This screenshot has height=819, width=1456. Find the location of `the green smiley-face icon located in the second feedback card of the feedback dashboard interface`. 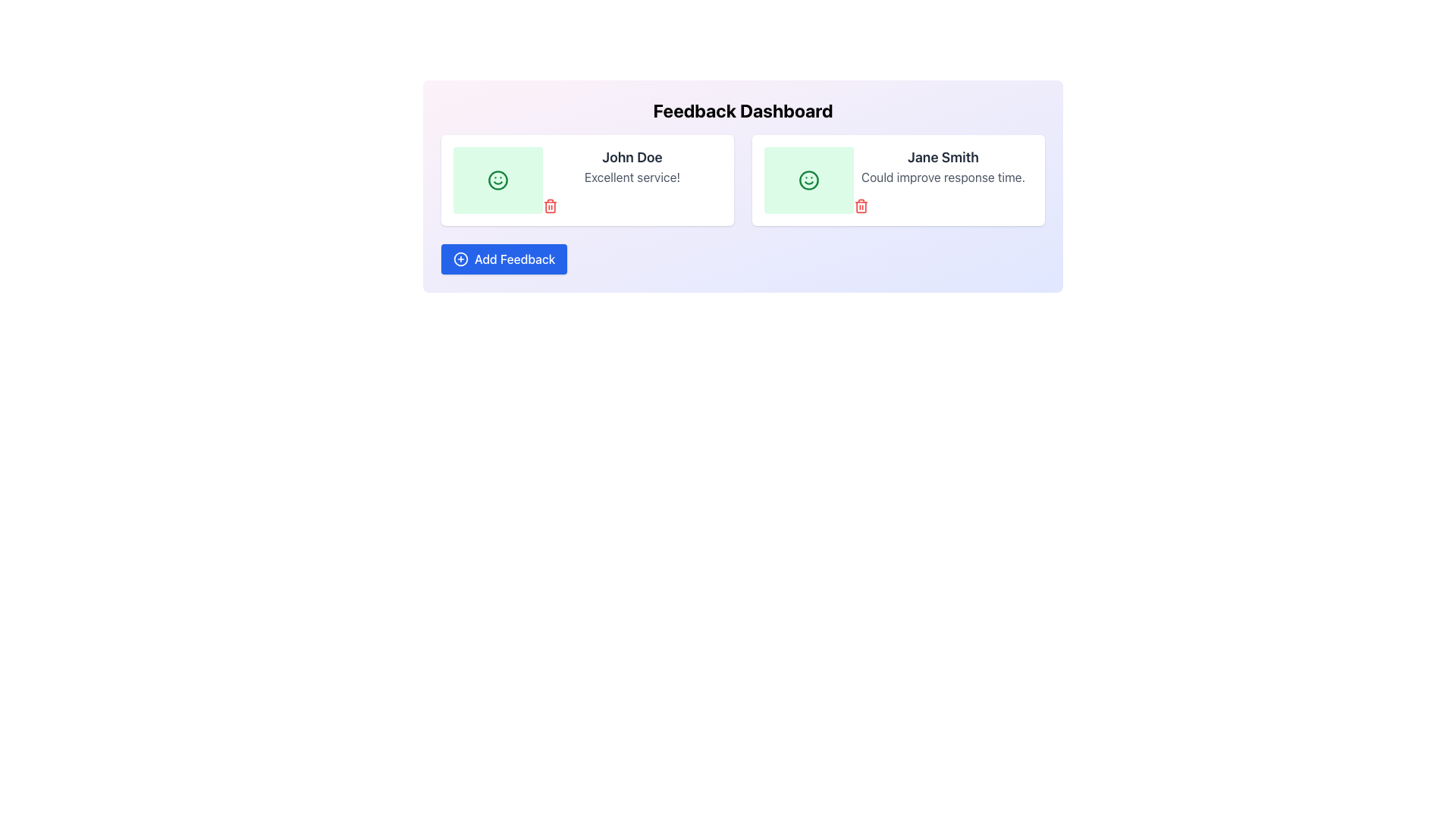

the green smiley-face icon located in the second feedback card of the feedback dashboard interface is located at coordinates (808, 180).